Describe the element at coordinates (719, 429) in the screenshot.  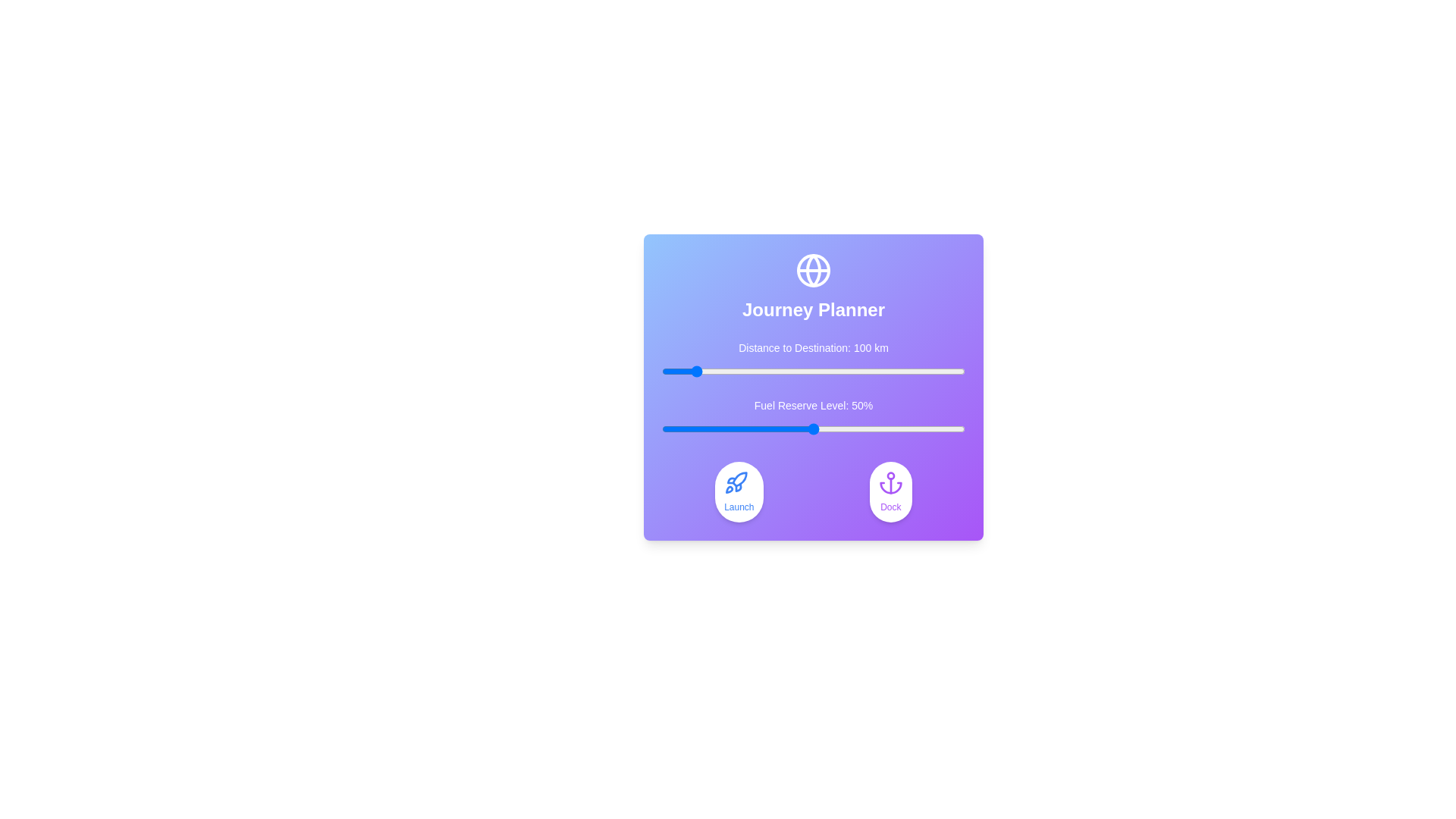
I see `the fuel reserve slider to 19%` at that location.